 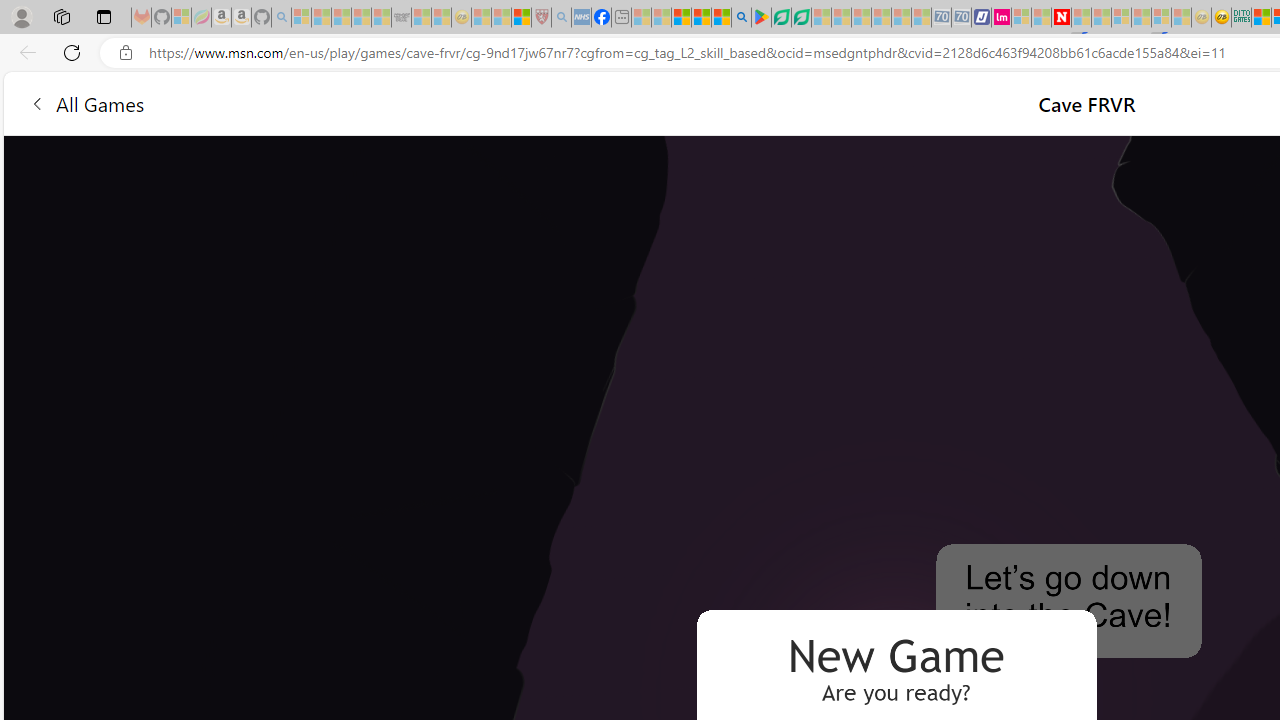 What do you see at coordinates (940, 17) in the screenshot?
I see `'Cheap Car Rentals - Save70.com - Sleeping'` at bounding box center [940, 17].